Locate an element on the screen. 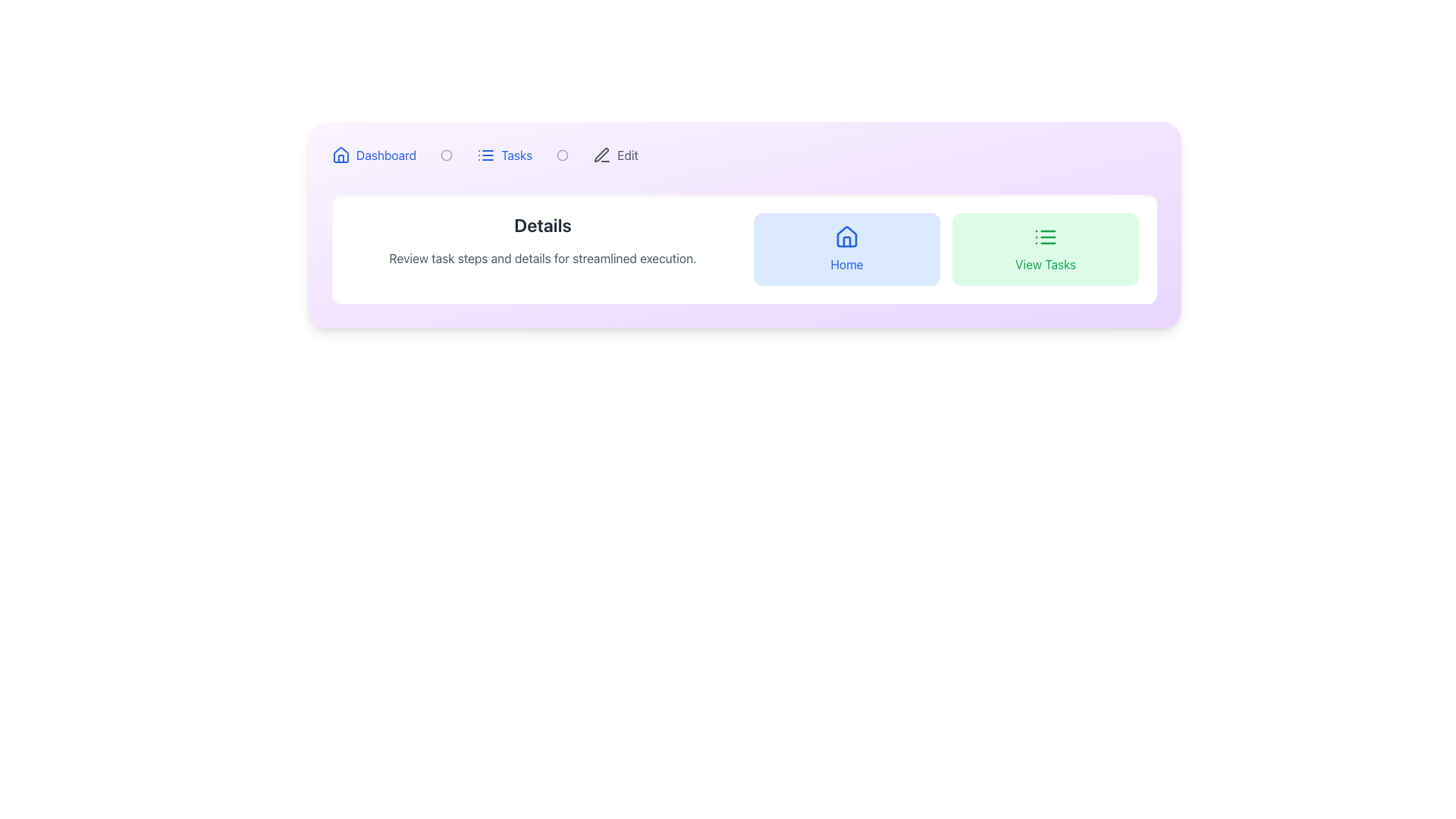 The image size is (1456, 819). the edit action icon, which resembles a pen and is located in the top navigation bar next to the 'Edit' label is located at coordinates (601, 155).